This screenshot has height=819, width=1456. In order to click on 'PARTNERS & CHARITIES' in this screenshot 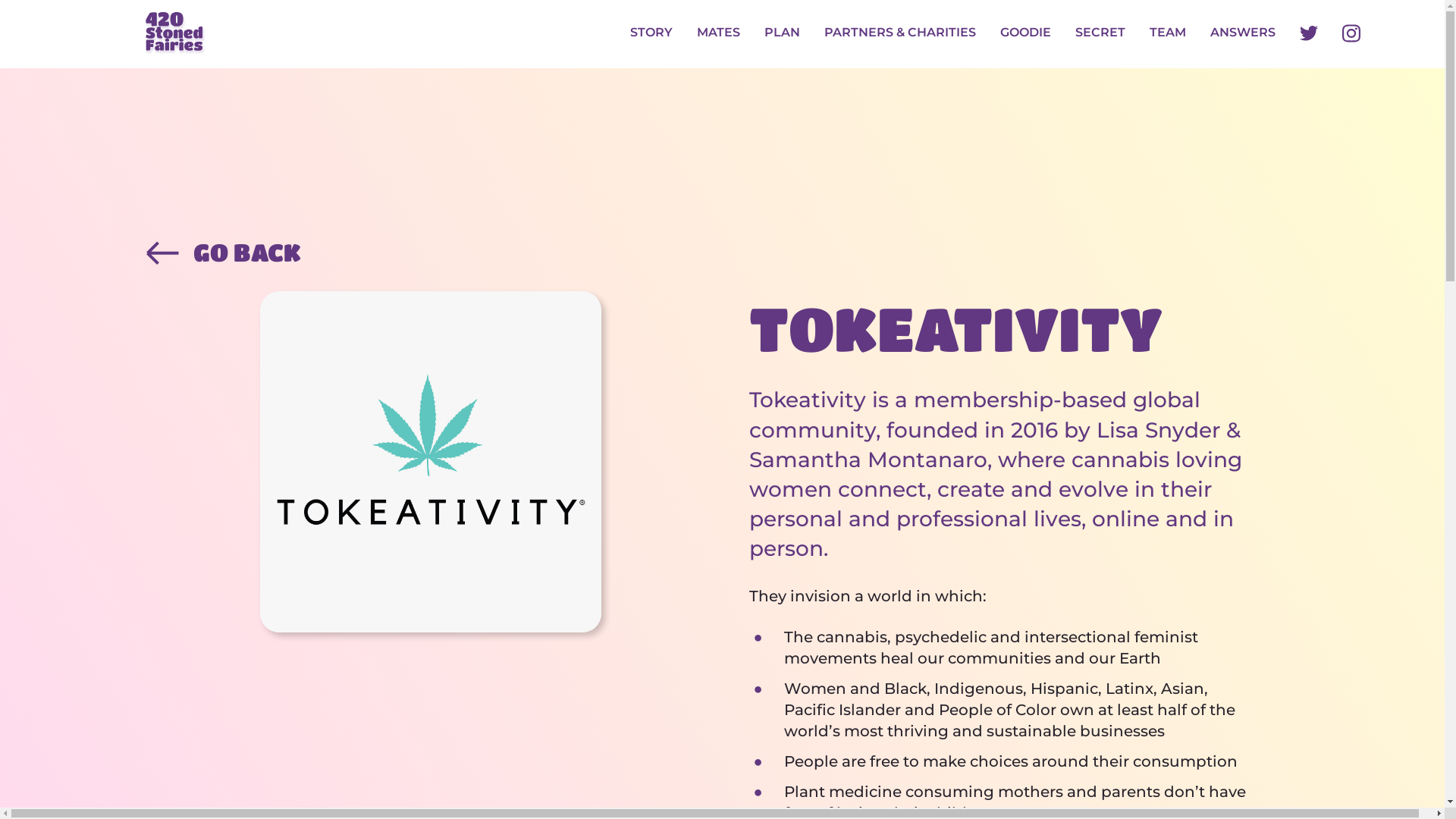, I will do `click(899, 33)`.